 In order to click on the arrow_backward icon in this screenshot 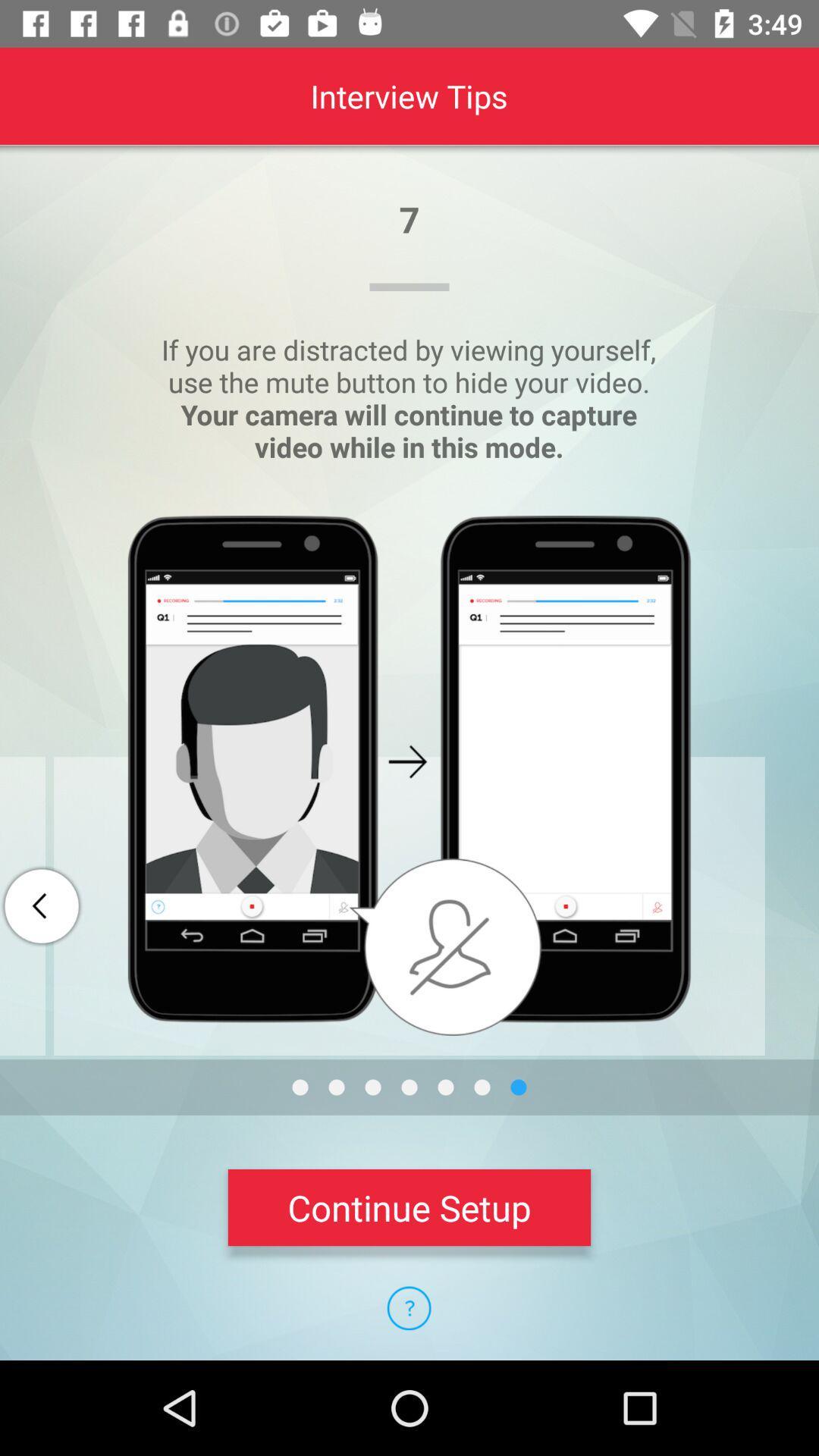, I will do `click(41, 906)`.